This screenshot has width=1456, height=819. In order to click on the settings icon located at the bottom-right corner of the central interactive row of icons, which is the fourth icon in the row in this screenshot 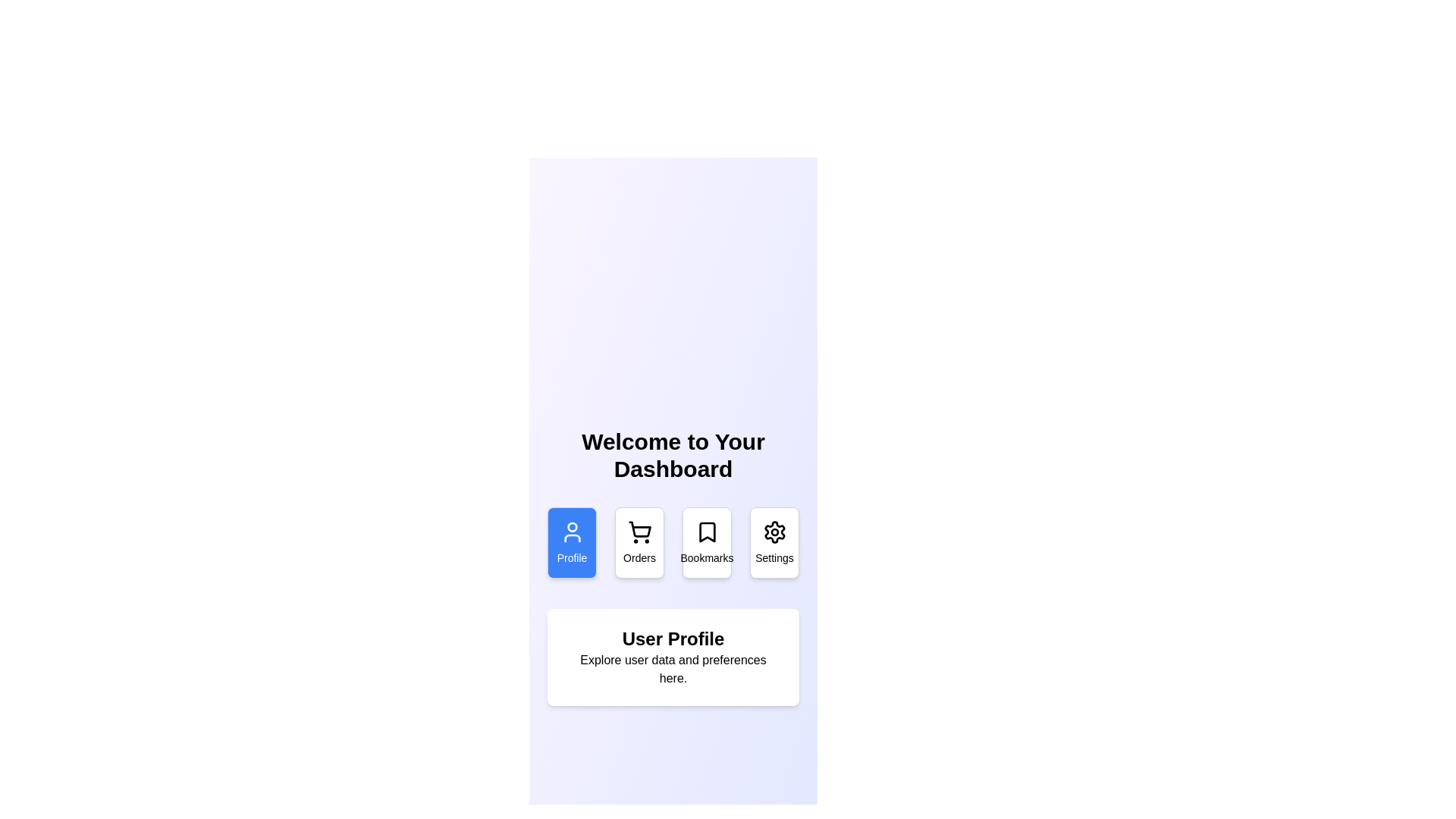, I will do `click(774, 532)`.